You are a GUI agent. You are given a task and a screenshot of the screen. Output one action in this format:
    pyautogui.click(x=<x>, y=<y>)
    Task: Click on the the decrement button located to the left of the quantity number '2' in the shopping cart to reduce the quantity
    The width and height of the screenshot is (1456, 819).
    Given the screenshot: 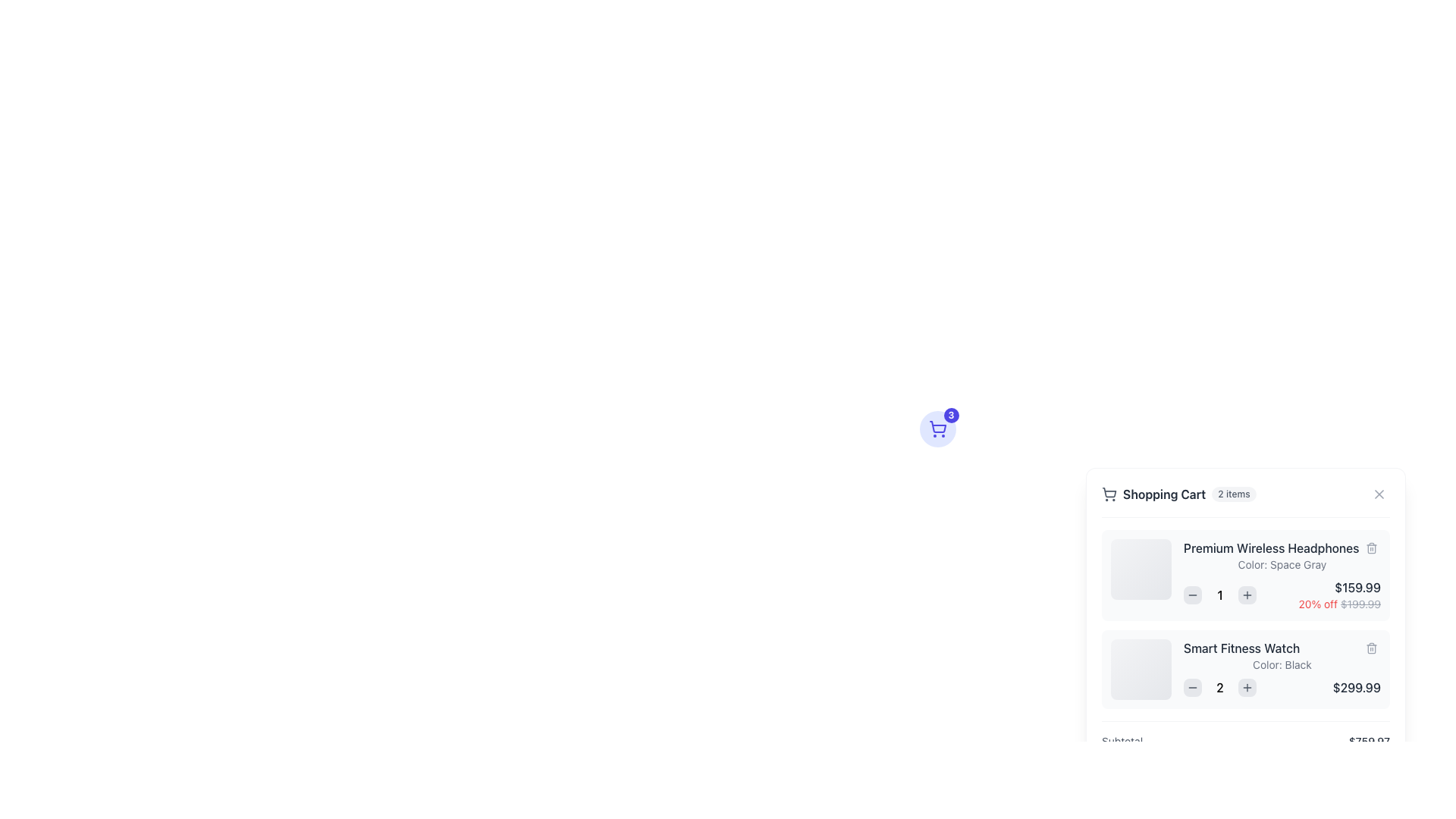 What is the action you would take?
    pyautogui.click(x=1192, y=687)
    